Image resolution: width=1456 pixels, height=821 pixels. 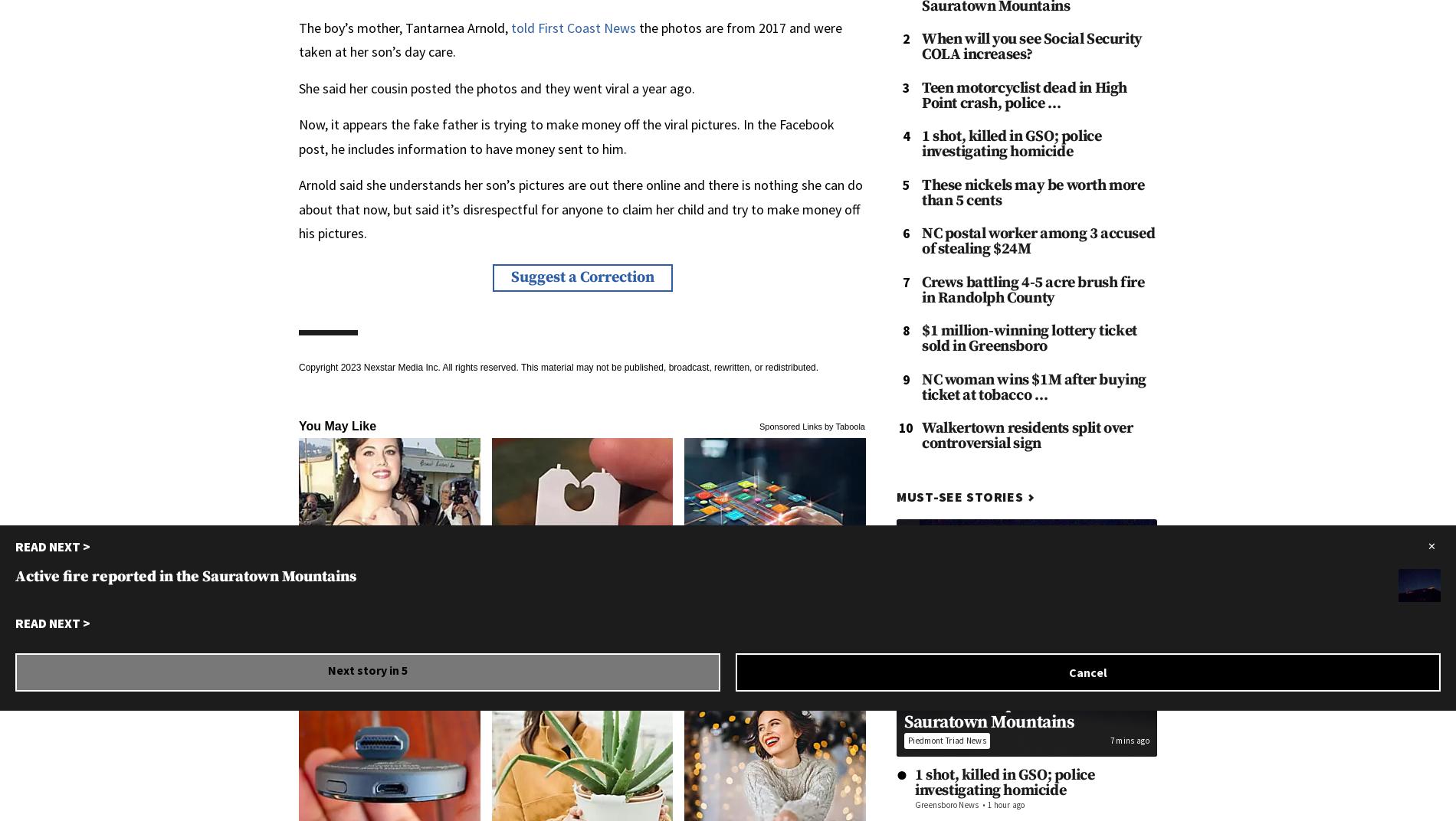 I want to click on 'Walkertown residents split over controversial sign', so click(x=1026, y=435).